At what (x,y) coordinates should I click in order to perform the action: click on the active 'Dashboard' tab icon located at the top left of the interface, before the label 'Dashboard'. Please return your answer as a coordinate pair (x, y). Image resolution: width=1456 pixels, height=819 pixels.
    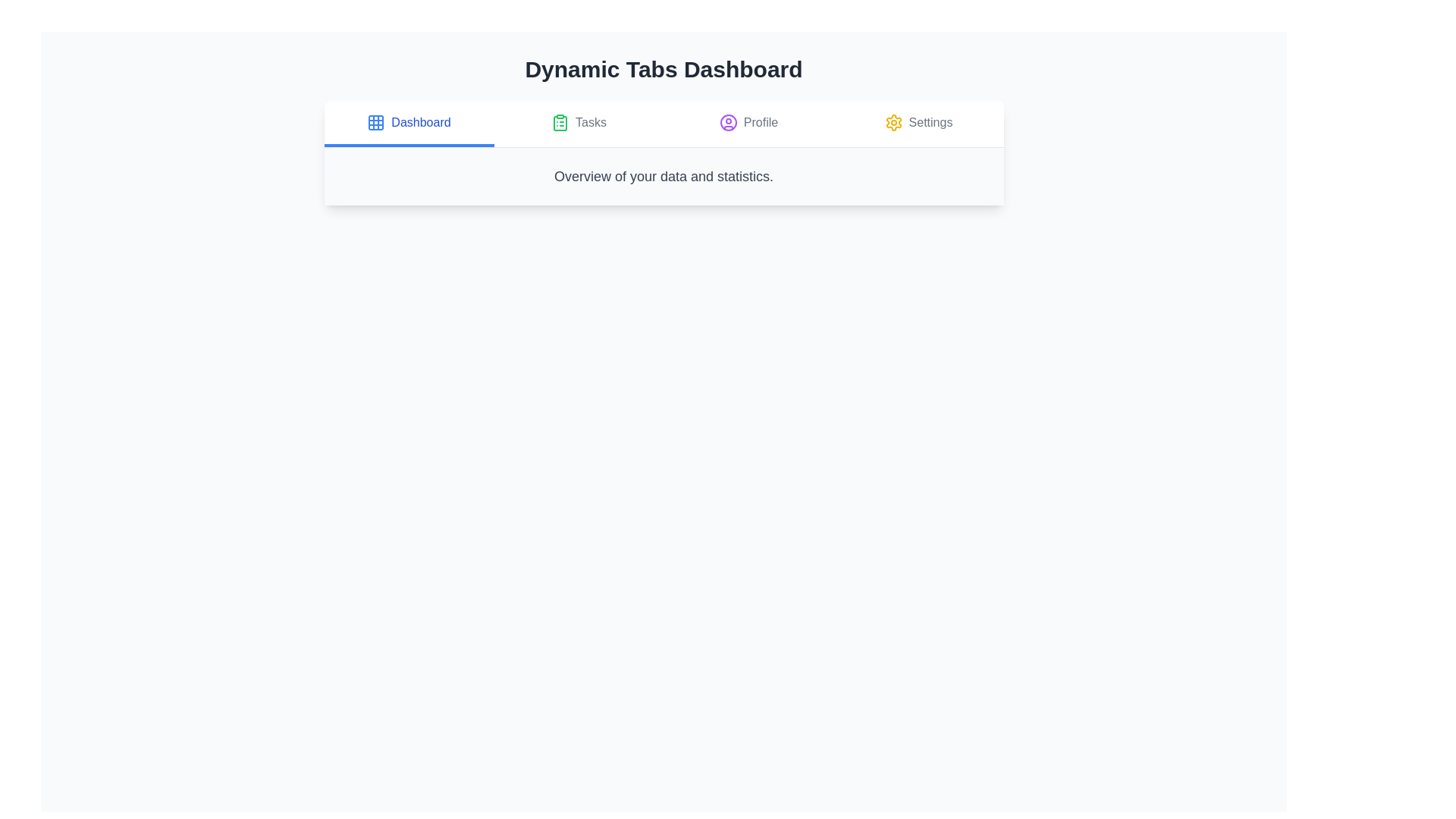
    Looking at the image, I should click on (376, 122).